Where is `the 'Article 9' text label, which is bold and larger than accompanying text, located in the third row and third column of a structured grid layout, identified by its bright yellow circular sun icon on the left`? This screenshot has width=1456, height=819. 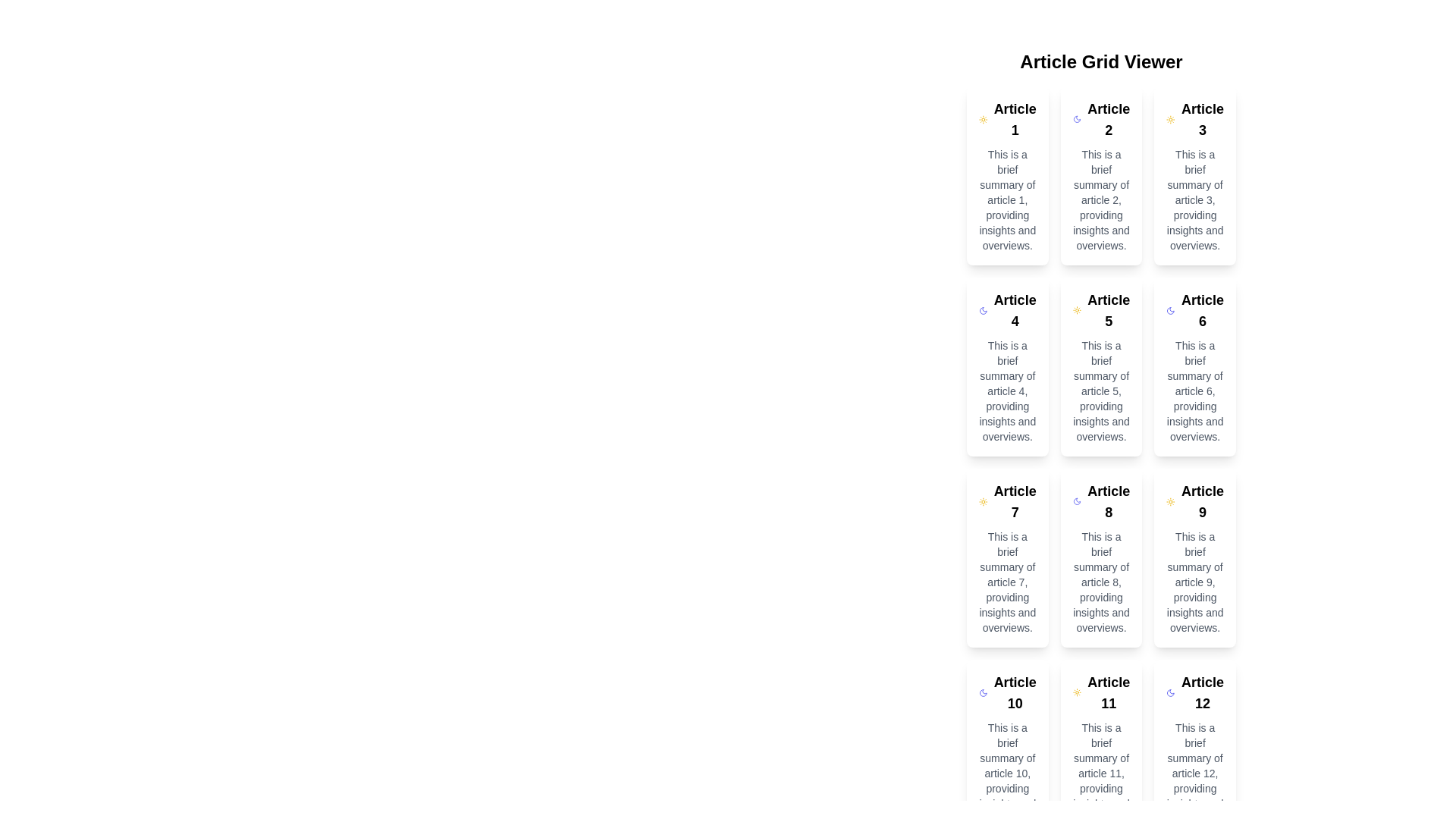 the 'Article 9' text label, which is bold and larger than accompanying text, located in the third row and third column of a structured grid layout, identified by its bright yellow circular sun icon on the left is located at coordinates (1194, 502).